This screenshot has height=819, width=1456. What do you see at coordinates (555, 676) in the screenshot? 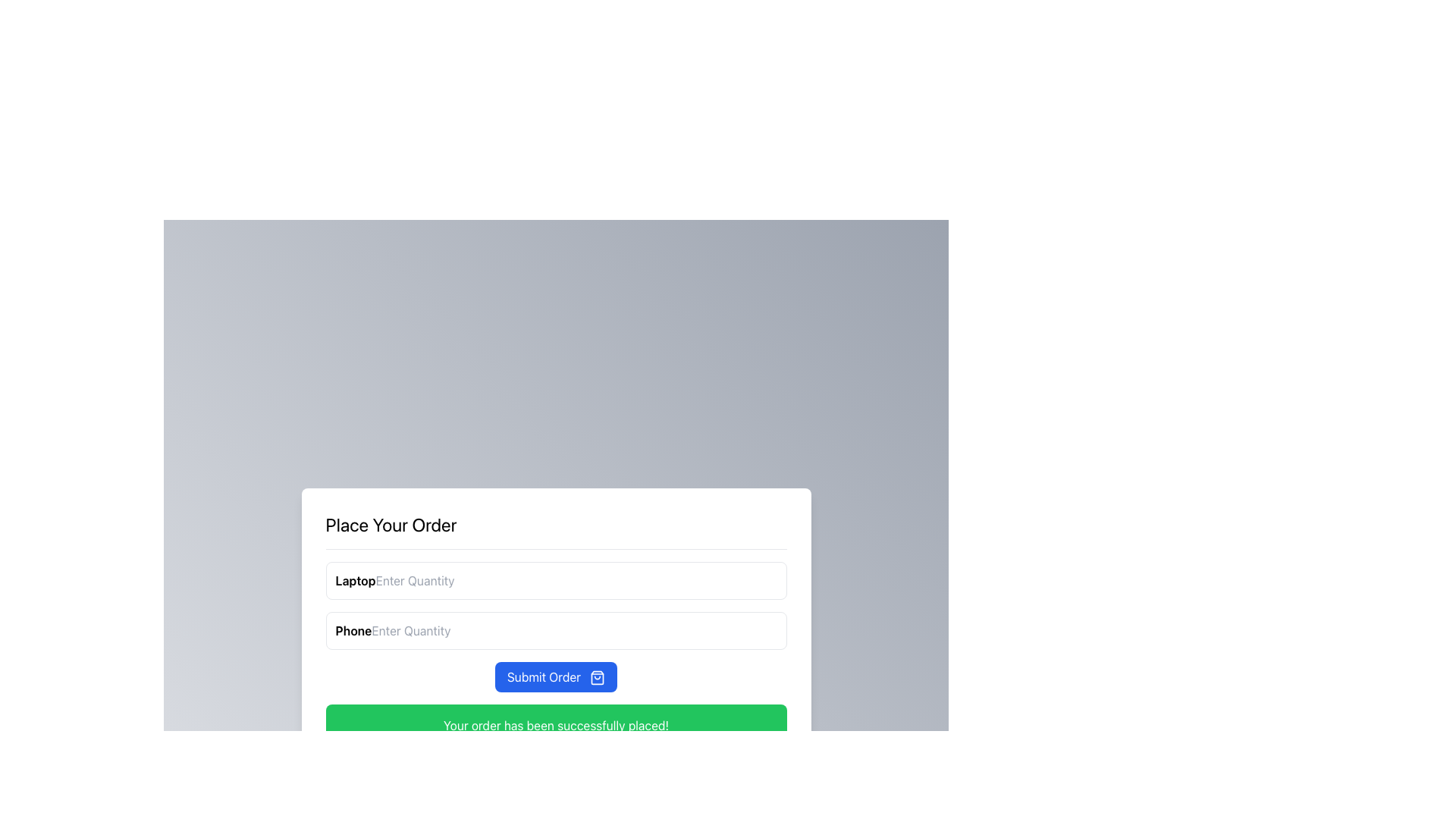
I see `the blue 'Submit Order' button located at the bottom of the form interface` at bounding box center [555, 676].